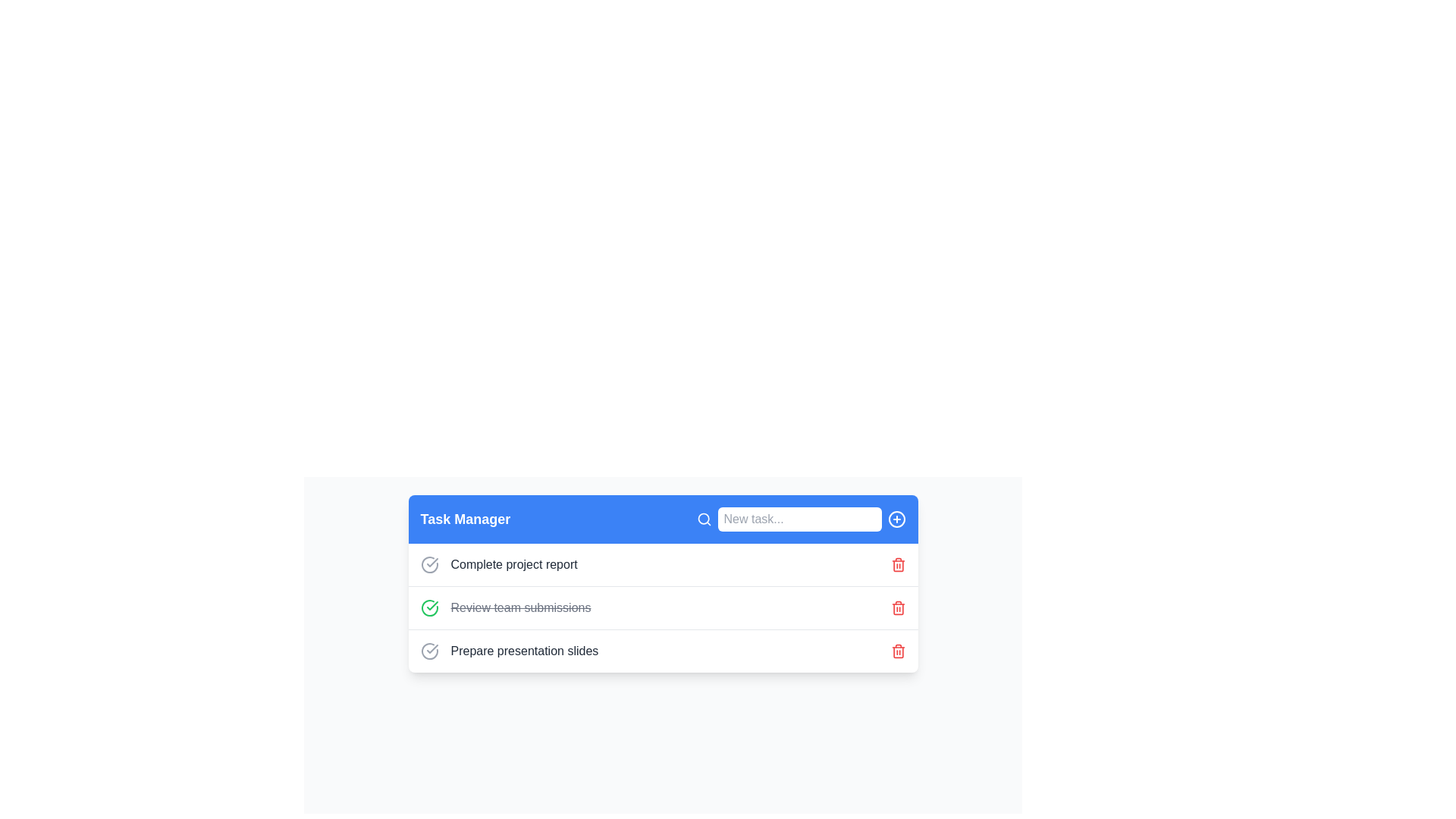 Image resolution: width=1456 pixels, height=819 pixels. What do you see at coordinates (464, 519) in the screenshot?
I see `the title label of the task management section located in the blue header bar at the top-left corner of the application interface` at bounding box center [464, 519].